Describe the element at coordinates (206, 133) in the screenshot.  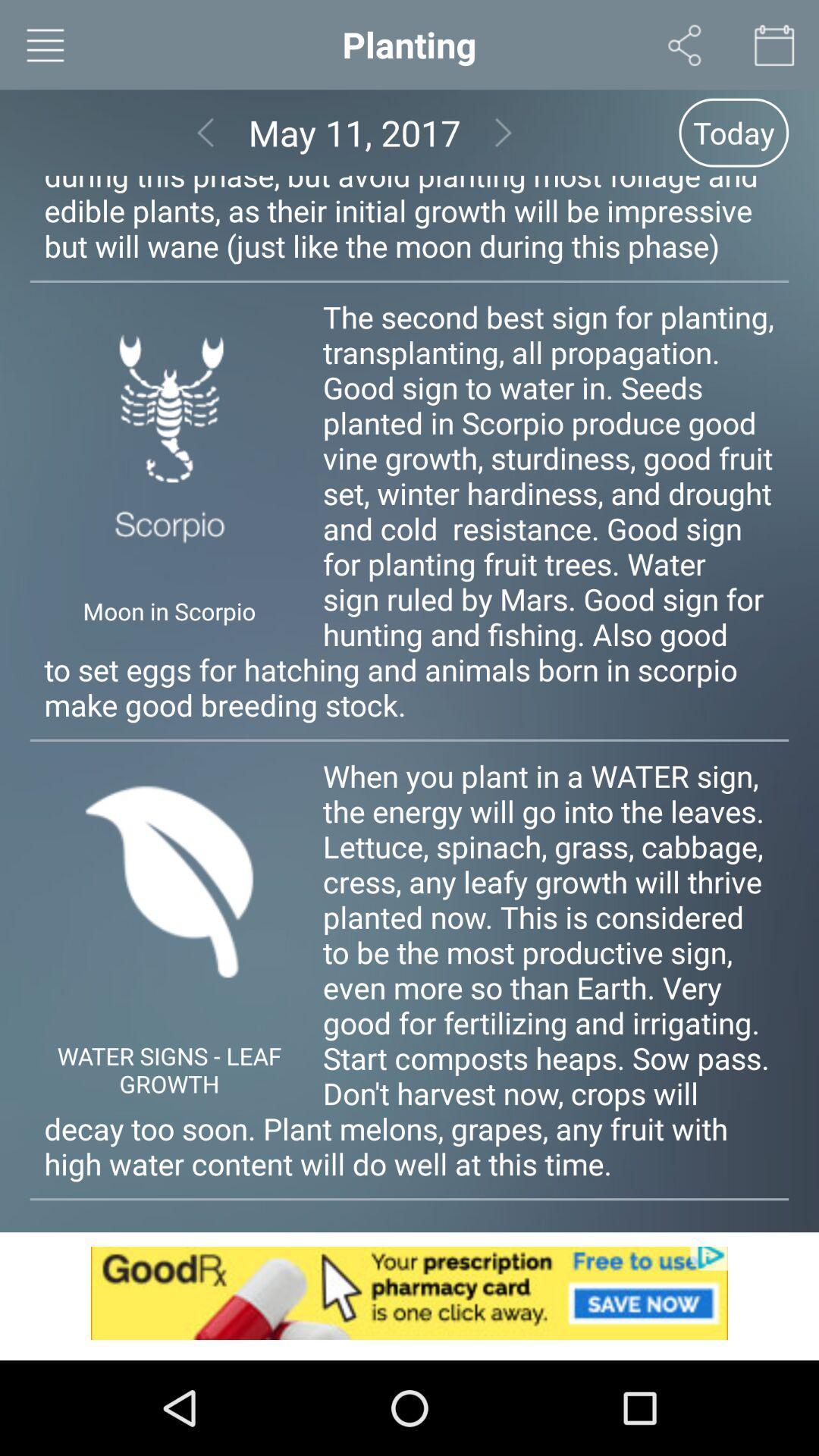
I see `previous day` at that location.